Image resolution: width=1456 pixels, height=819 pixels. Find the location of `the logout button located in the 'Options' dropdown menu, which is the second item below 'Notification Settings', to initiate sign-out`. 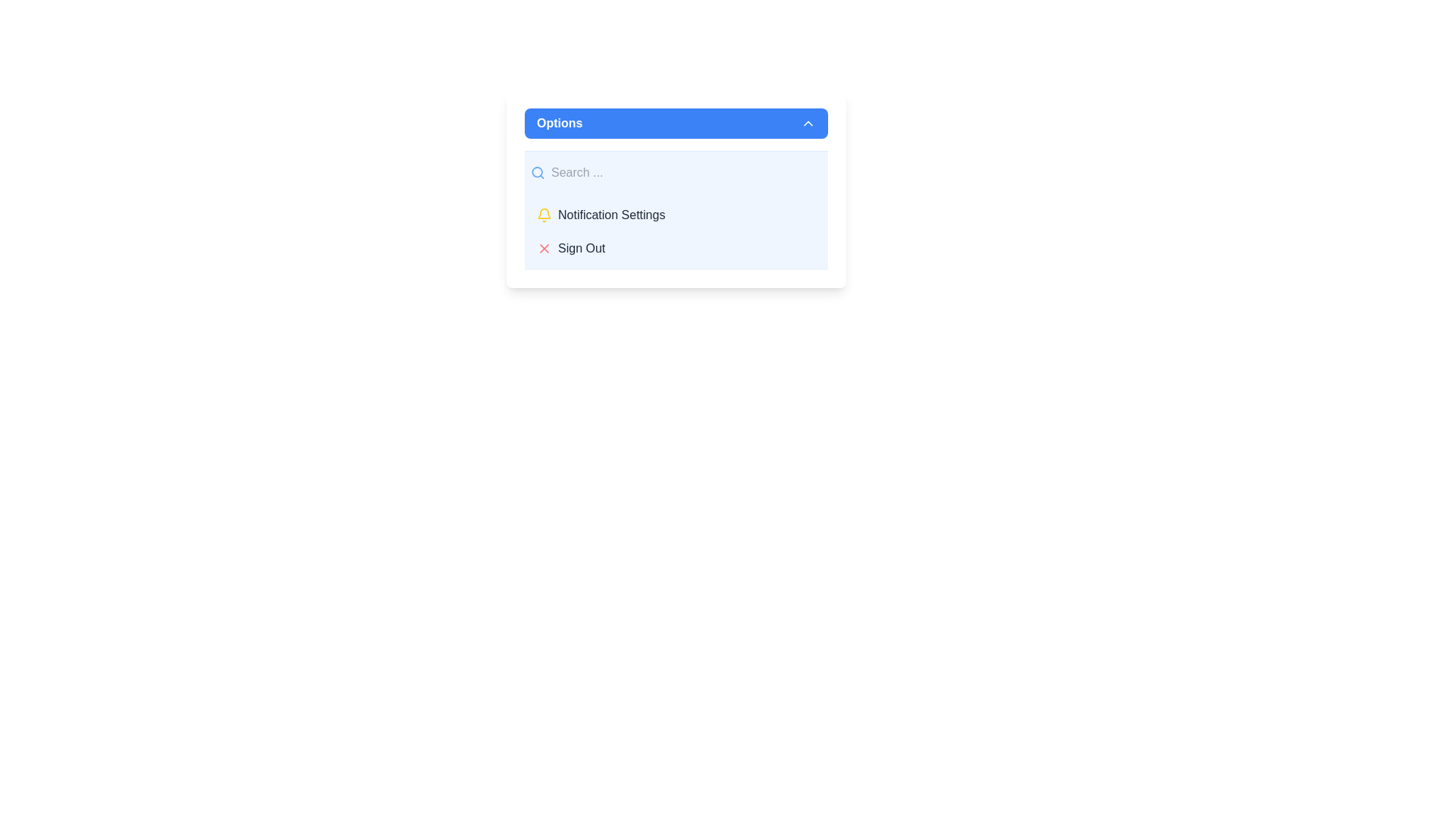

the logout button located in the 'Options' dropdown menu, which is the second item below 'Notification Settings', to initiate sign-out is located at coordinates (676, 247).